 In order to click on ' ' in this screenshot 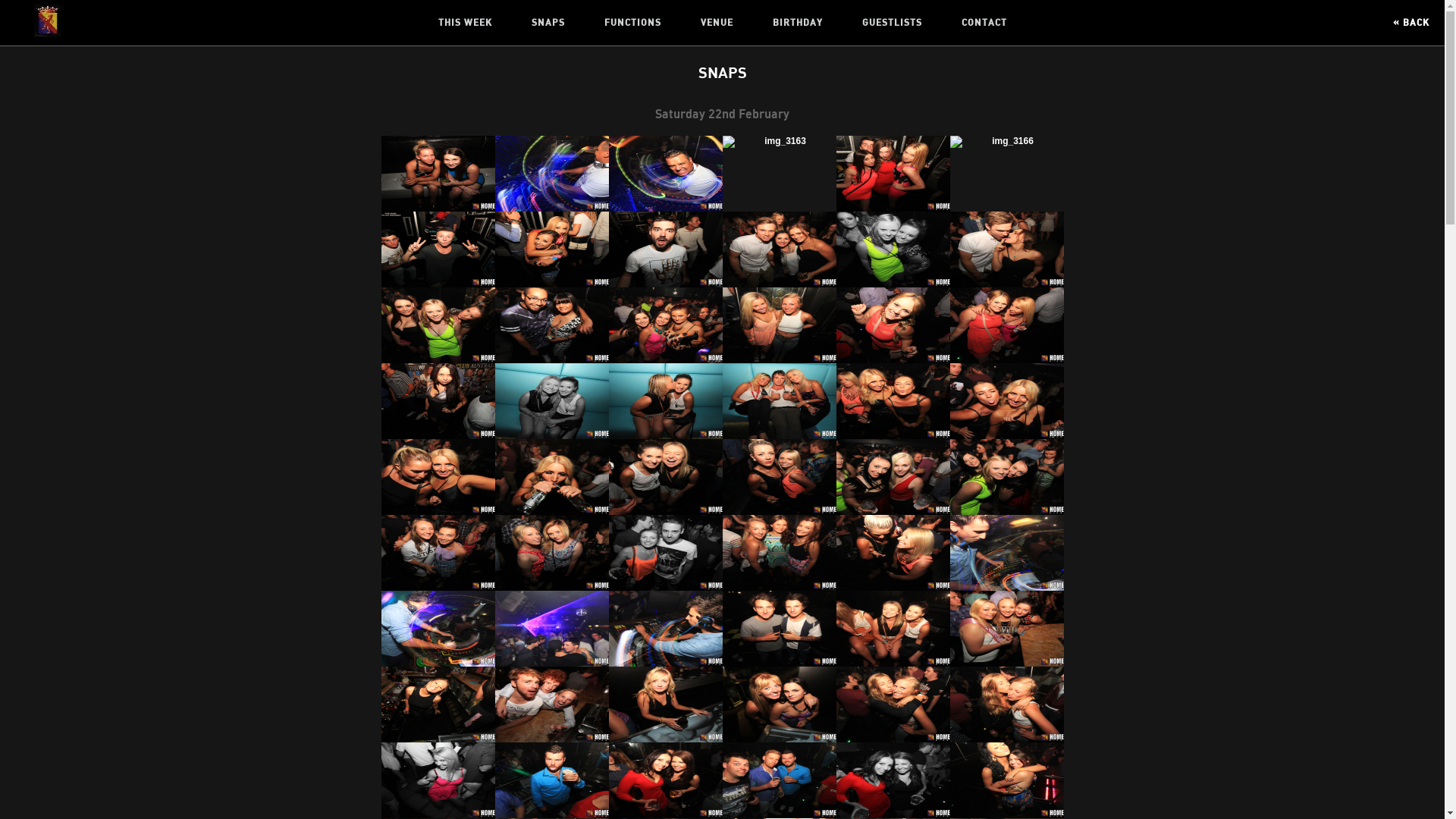, I will do `click(381, 475)`.